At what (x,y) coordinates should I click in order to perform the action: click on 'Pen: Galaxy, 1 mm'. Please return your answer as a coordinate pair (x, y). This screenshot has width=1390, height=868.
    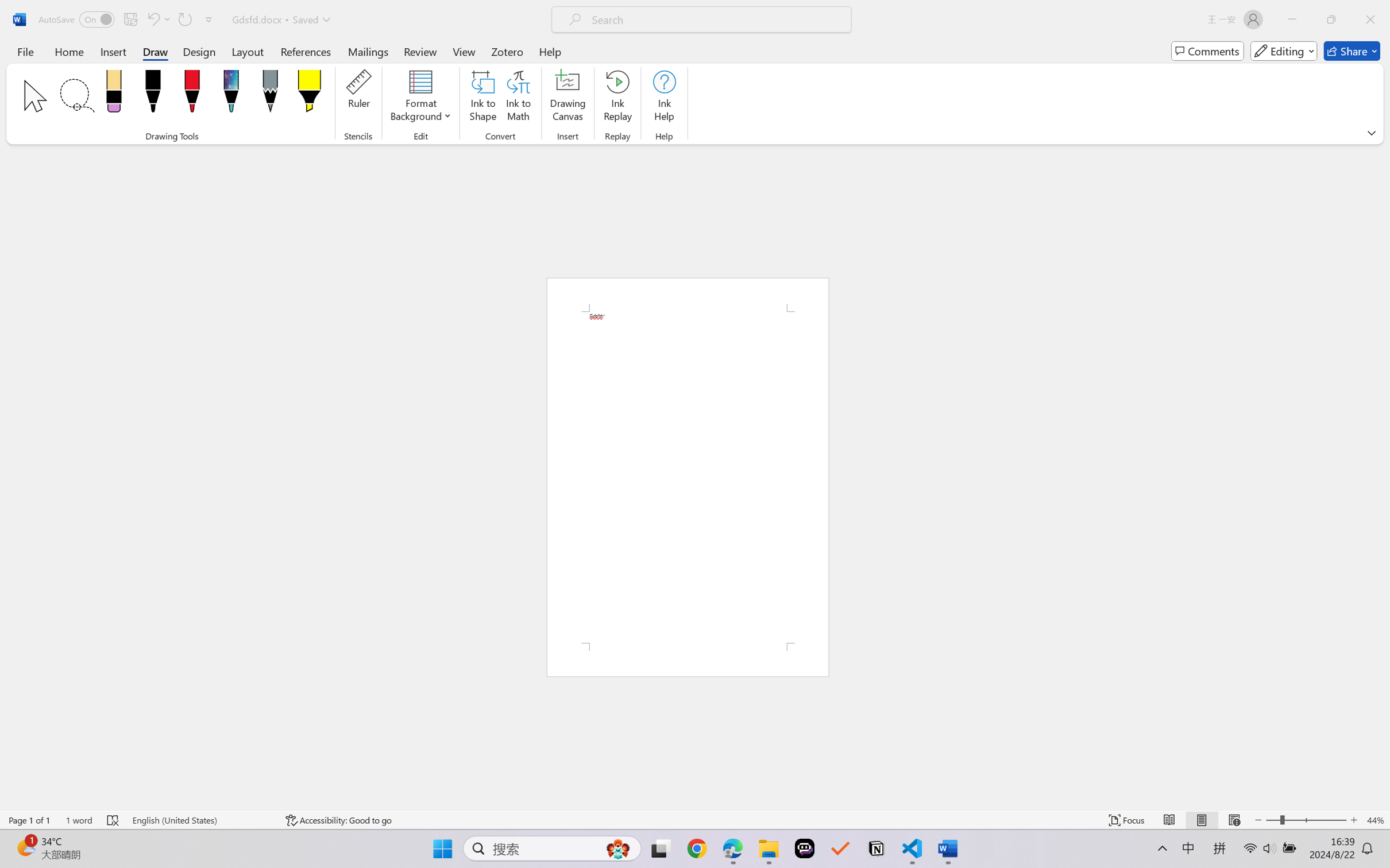
    Looking at the image, I should click on (230, 94).